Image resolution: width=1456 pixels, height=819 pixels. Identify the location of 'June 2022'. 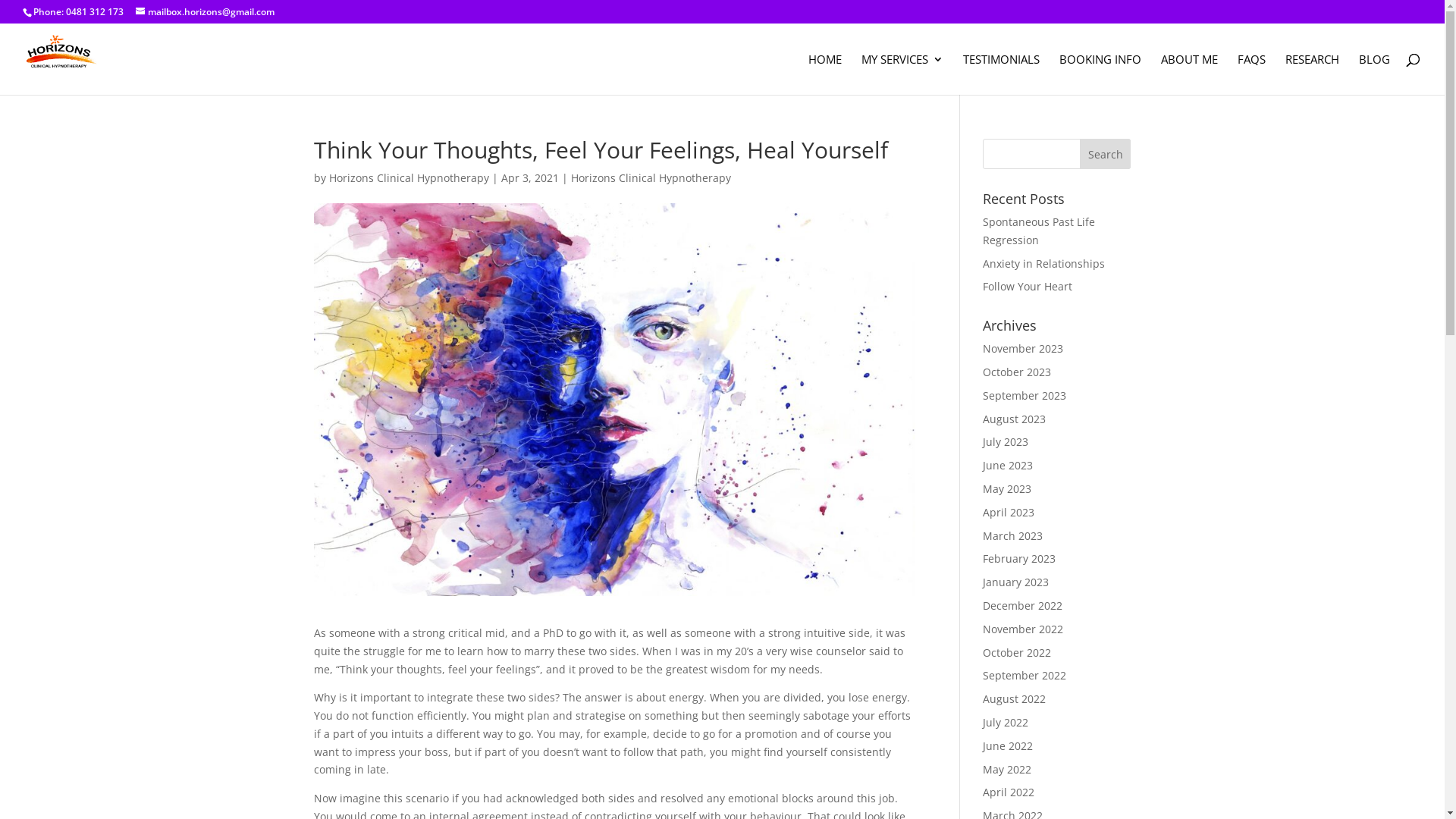
(983, 745).